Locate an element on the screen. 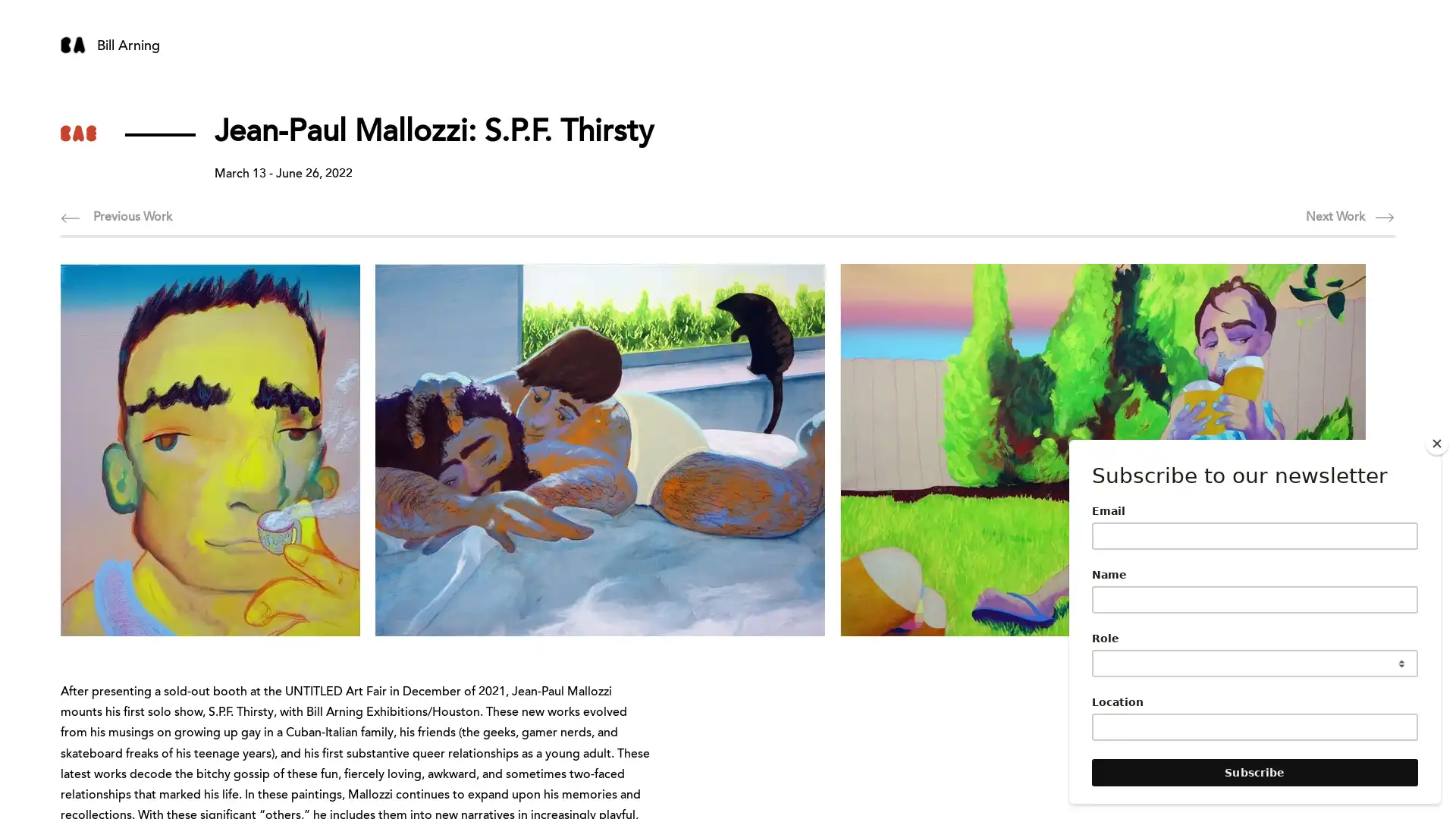 This screenshot has height=819, width=1456. Mallozzi,JeanPaul(SundayMorning).jpg is located at coordinates (599, 449).